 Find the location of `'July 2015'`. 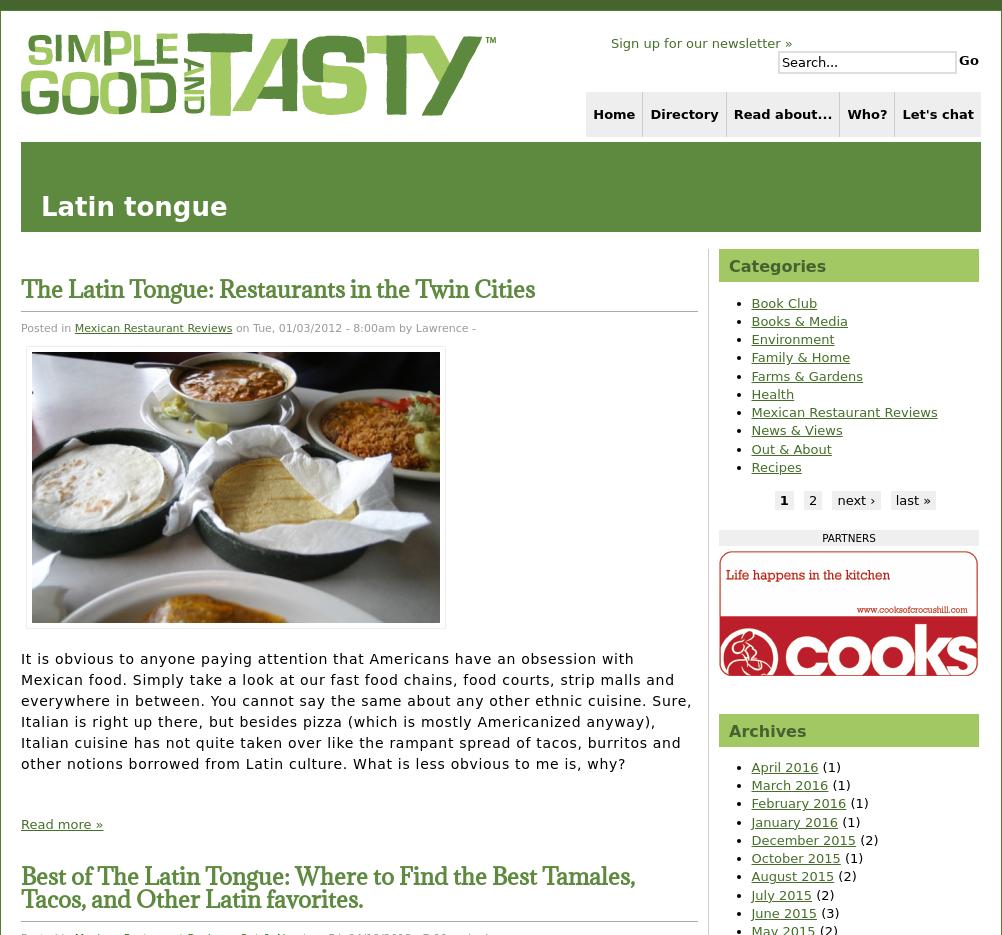

'July 2015' is located at coordinates (750, 894).